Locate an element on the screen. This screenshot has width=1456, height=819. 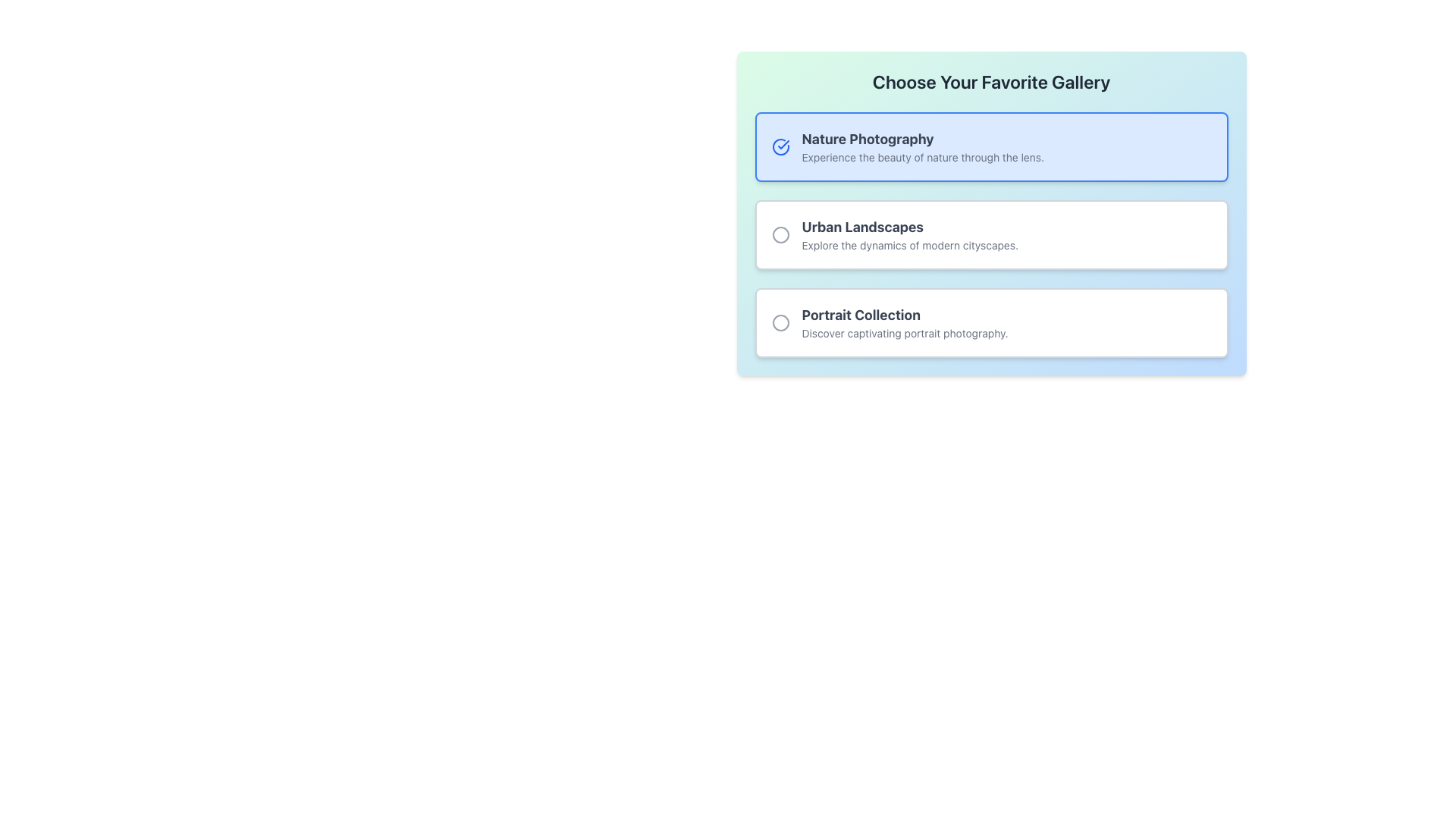
the blue checkmark symbol within the selection confirmation icon located at the top-left of the 'Nature Photography' selection item is located at coordinates (783, 145).